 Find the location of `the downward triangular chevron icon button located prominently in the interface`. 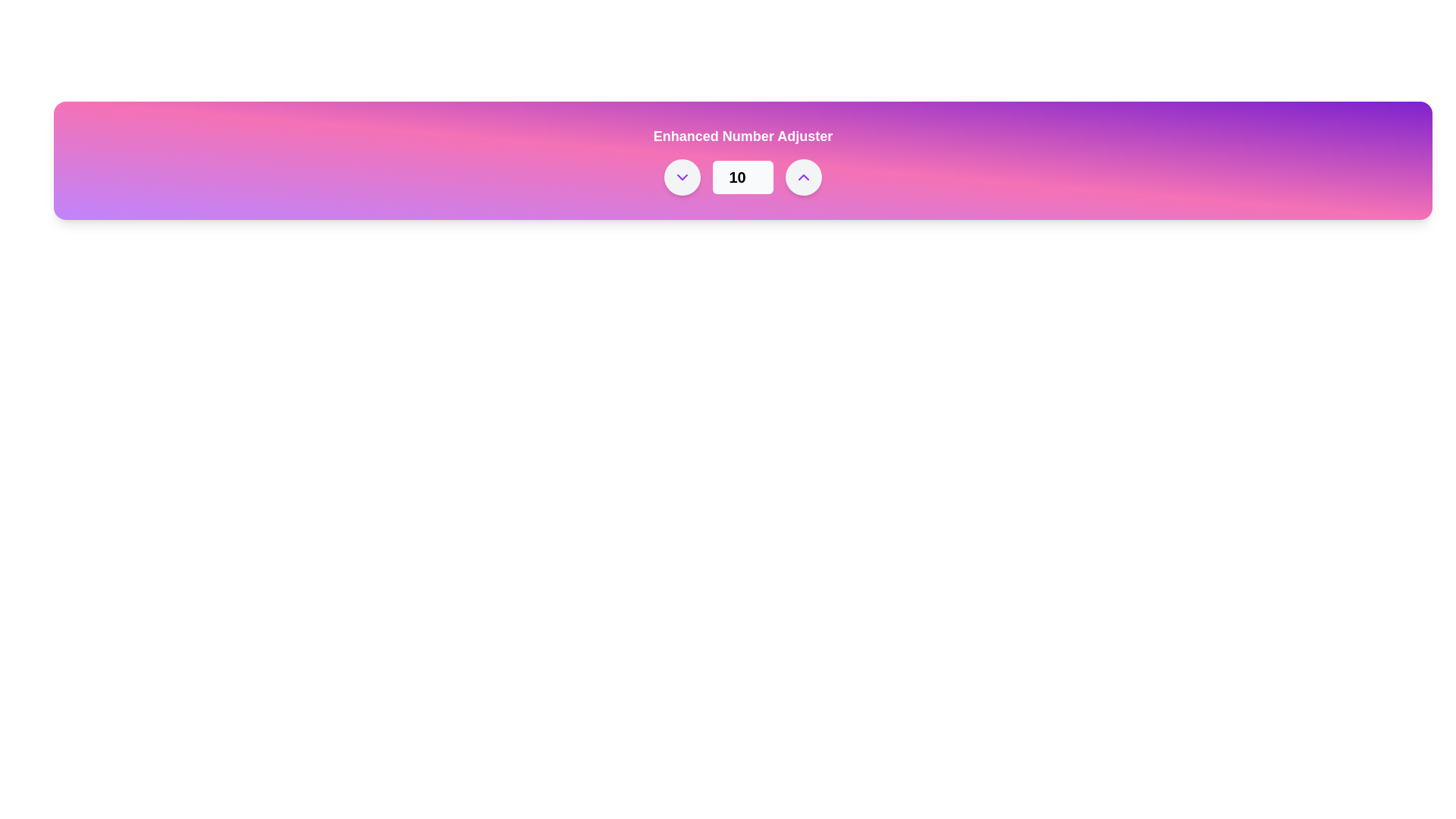

the downward triangular chevron icon button located prominently in the interface is located at coordinates (682, 177).